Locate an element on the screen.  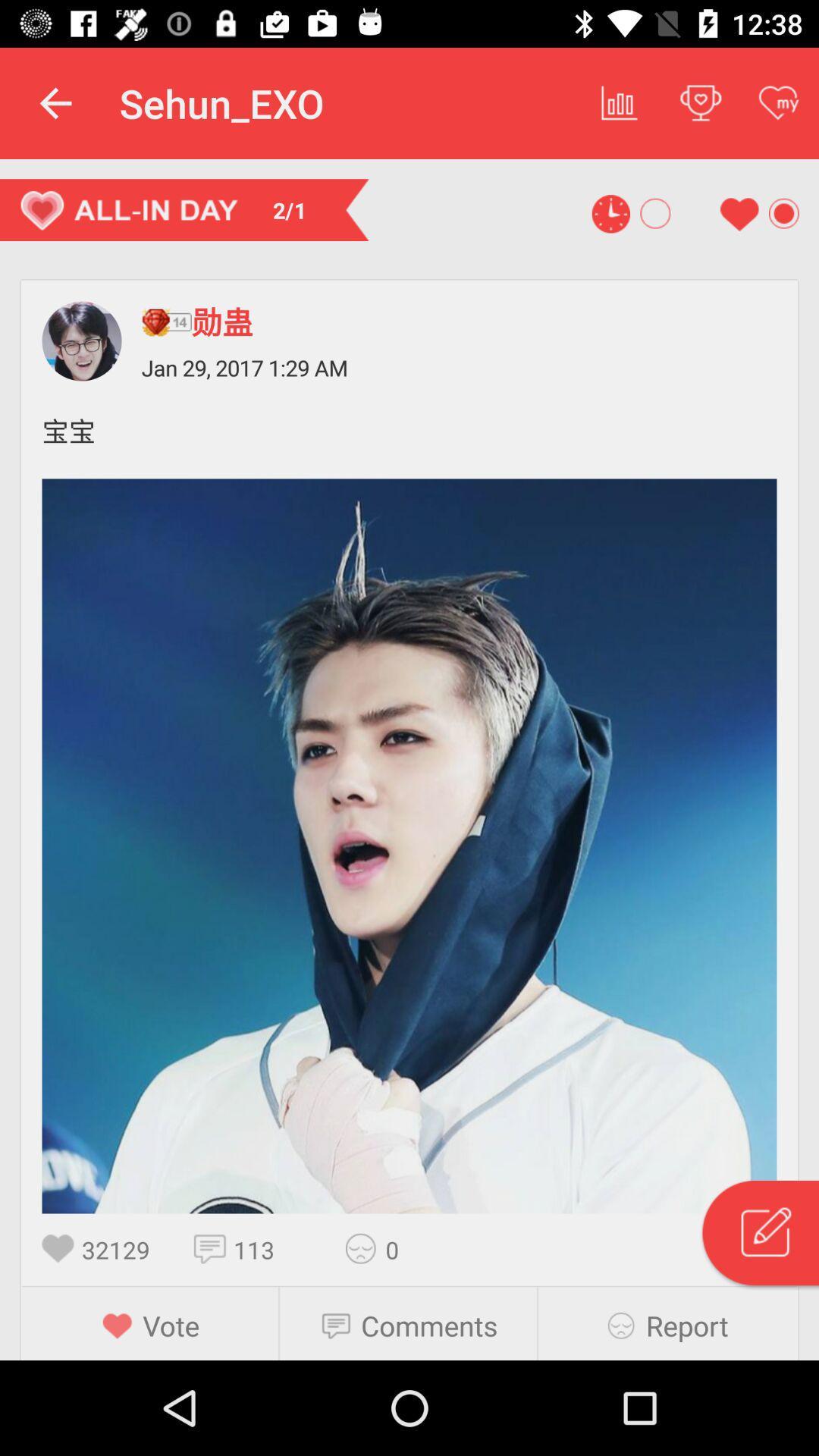
item to the right of sehun_exo icon is located at coordinates (620, 102).